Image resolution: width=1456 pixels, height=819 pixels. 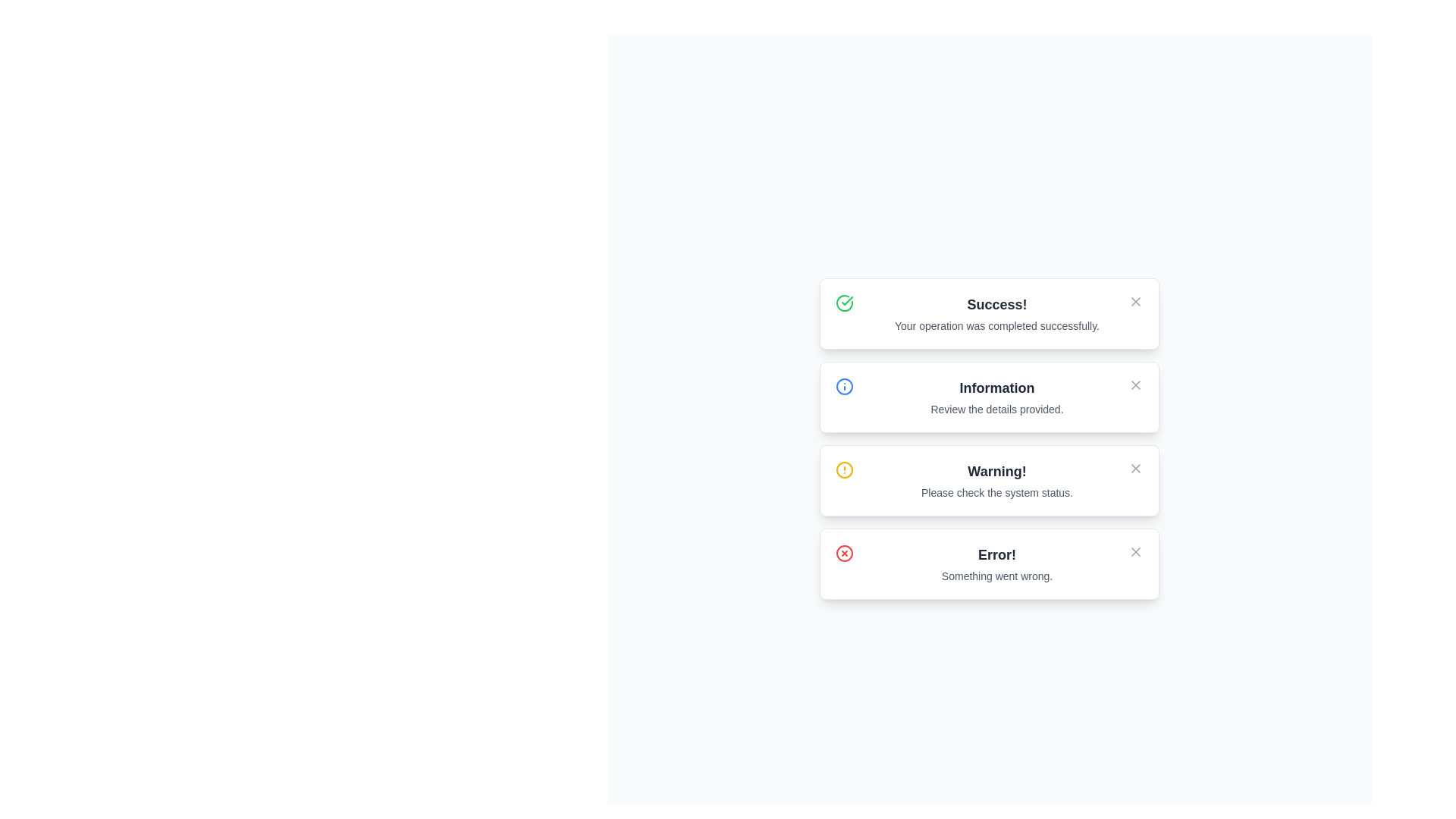 What do you see at coordinates (997, 480) in the screenshot?
I see `the warning text block that has a bold title 'Warning!' and a subtitle 'Please check the system status.', positioned in the middle of a vertically stacked list of information cards` at bounding box center [997, 480].